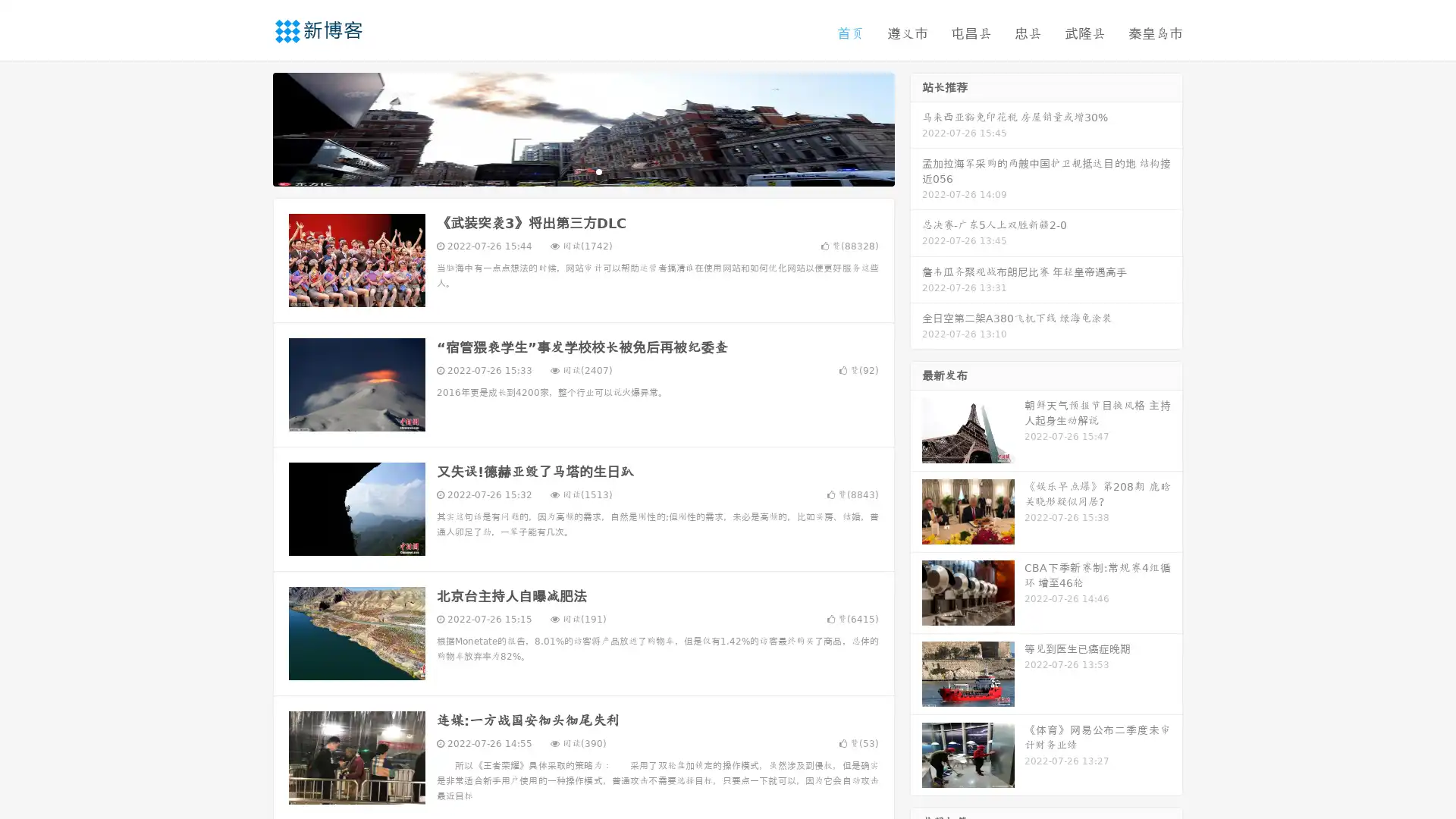 This screenshot has height=819, width=1456. I want to click on Next slide, so click(916, 127).